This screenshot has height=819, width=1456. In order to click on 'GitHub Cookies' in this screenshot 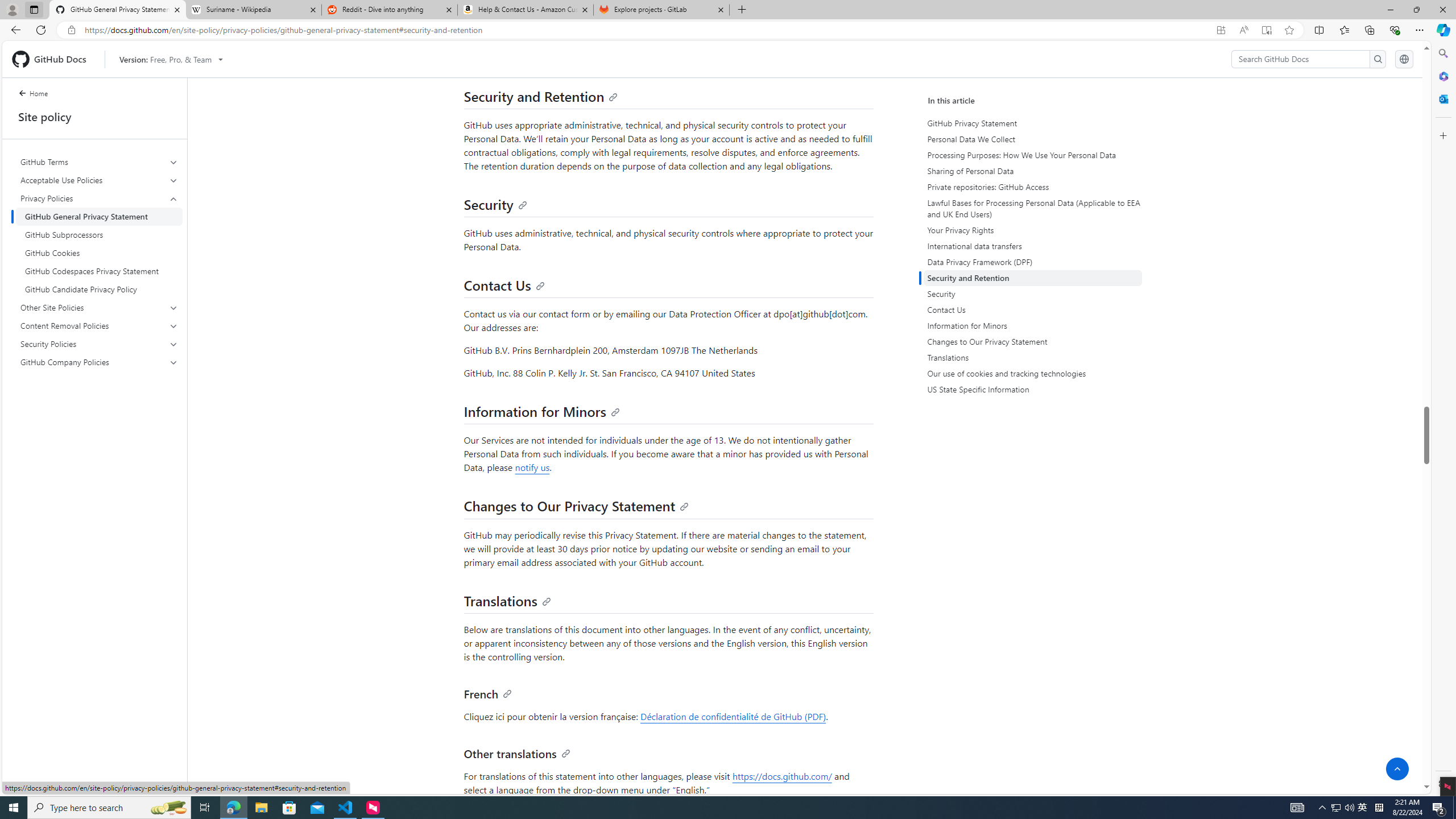, I will do `click(99, 253)`.